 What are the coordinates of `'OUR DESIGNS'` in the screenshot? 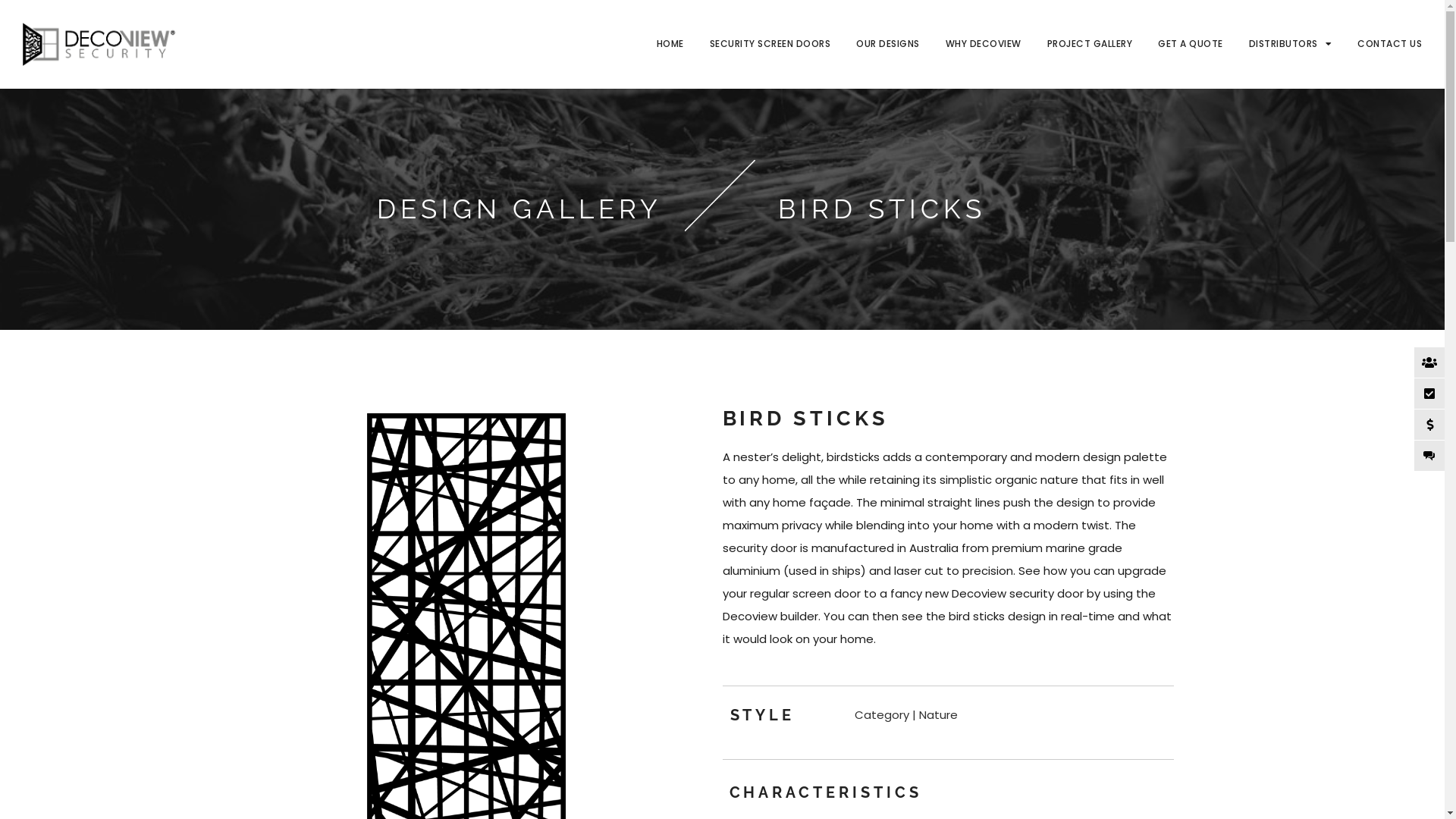 It's located at (888, 42).